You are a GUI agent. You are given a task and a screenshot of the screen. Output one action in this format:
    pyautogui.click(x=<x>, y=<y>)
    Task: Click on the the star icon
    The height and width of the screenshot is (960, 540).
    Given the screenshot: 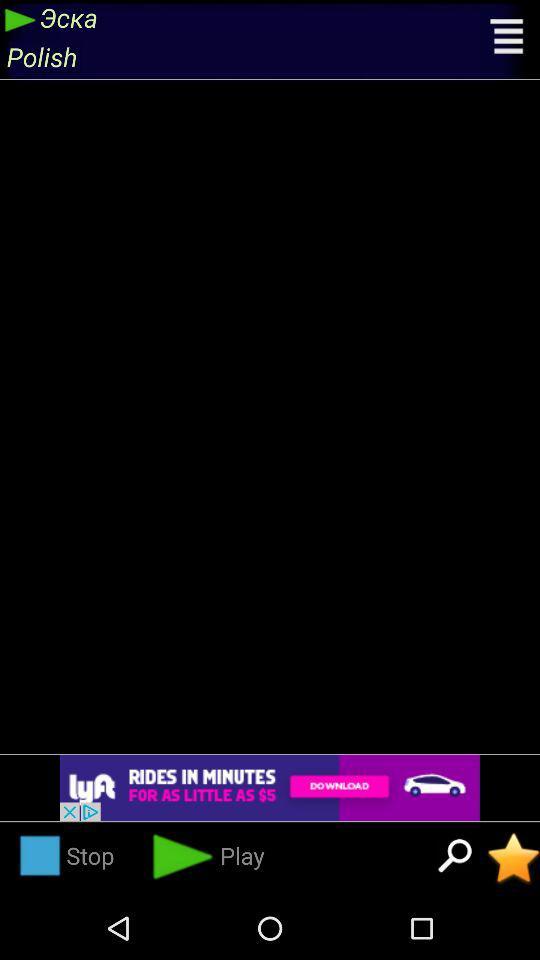 What is the action you would take?
    pyautogui.click(x=513, y=919)
    